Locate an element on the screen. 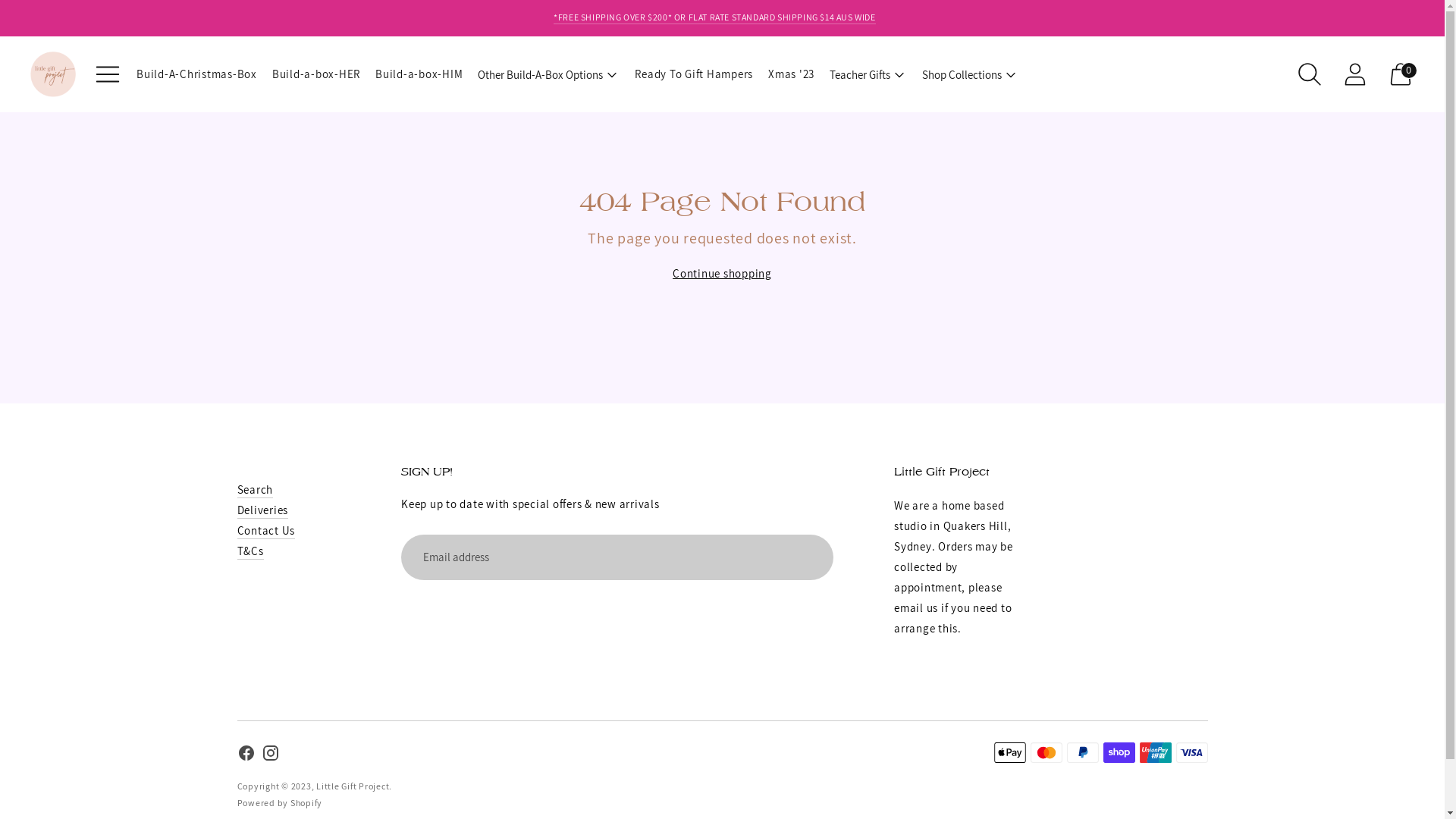  'Little Gift Project on Instagram' is located at coordinates (269, 755).